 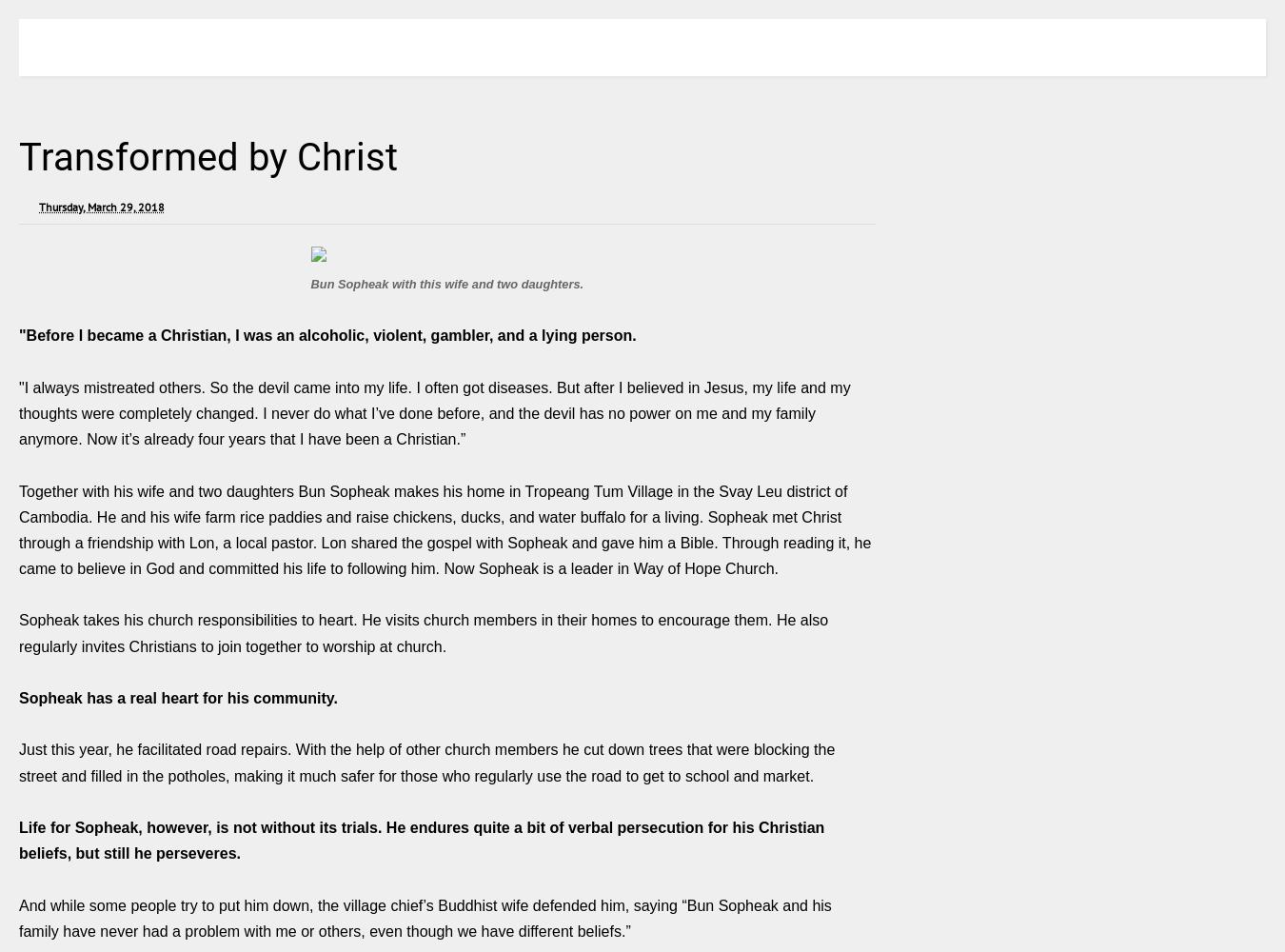 I want to click on 'members he cut down trees that were blocking the street and filled in the potholes, making it much safer for those who regularly use the road to get to school and market.', so click(x=426, y=763).